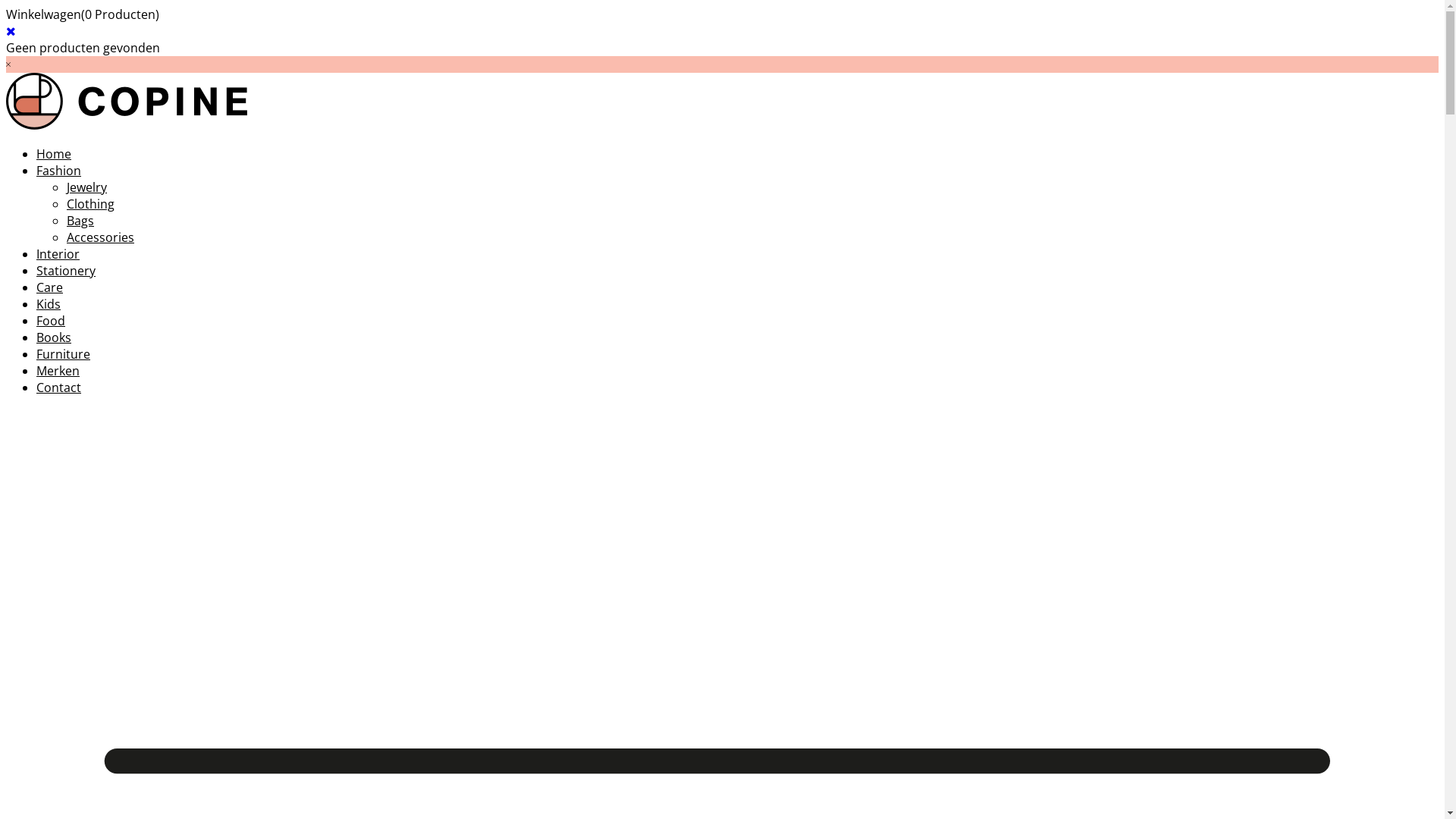 This screenshot has height=819, width=1456. I want to click on 'Interior', so click(58, 253).